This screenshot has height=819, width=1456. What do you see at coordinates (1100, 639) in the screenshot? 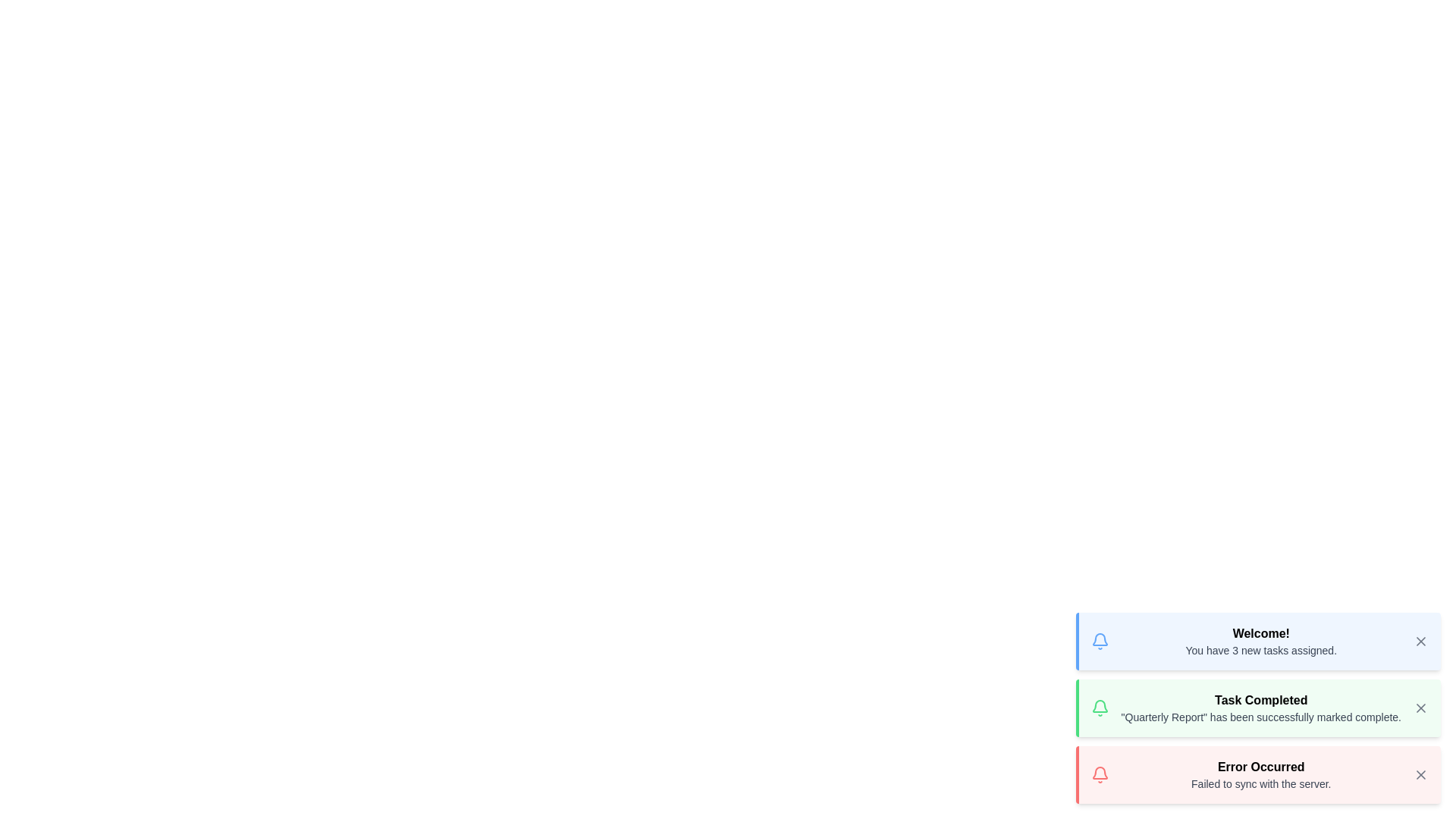
I see `the decorative blue graphic component of the bell icon located in the upper-right portion of the interface` at bounding box center [1100, 639].